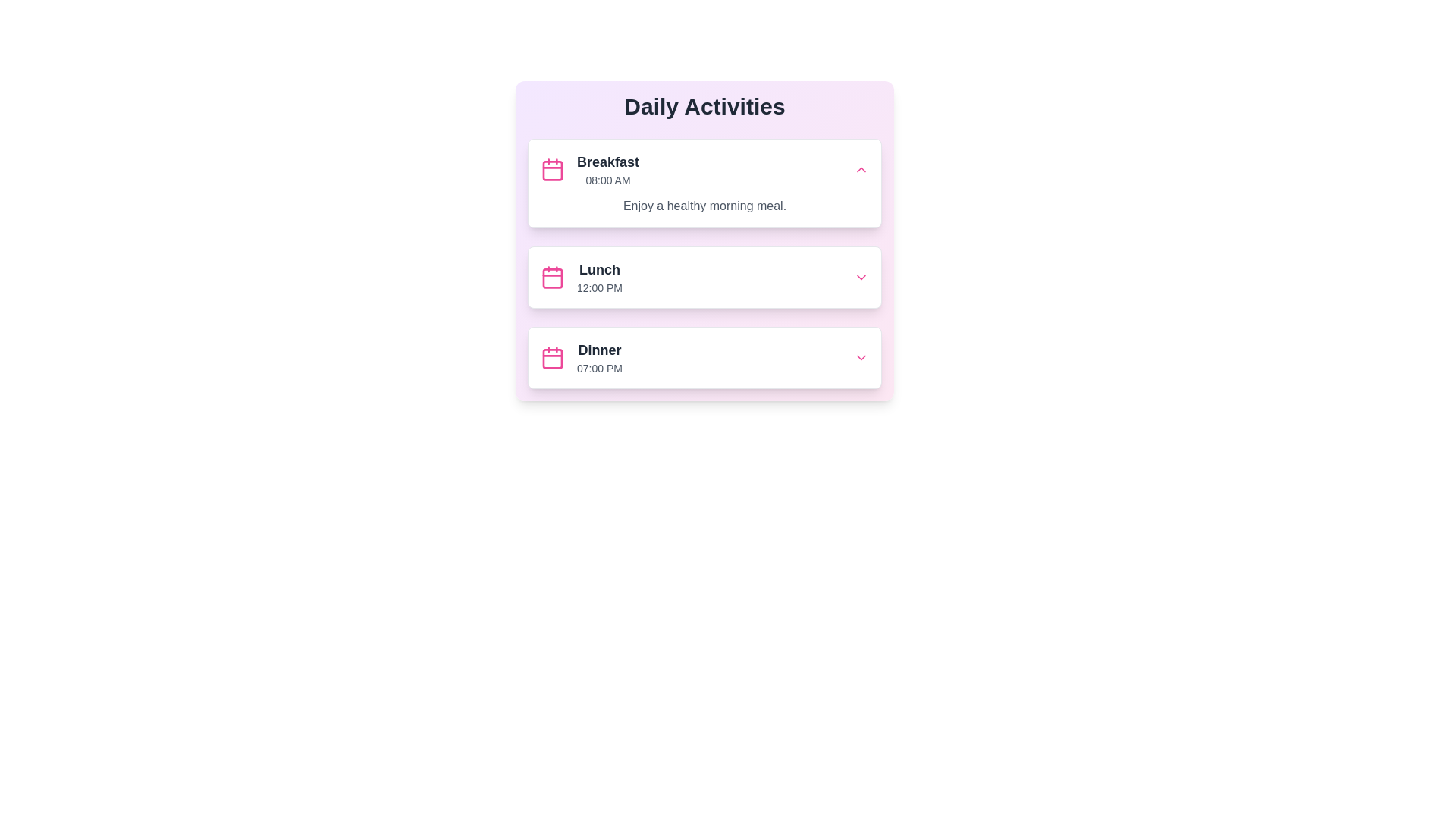  What do you see at coordinates (861, 169) in the screenshot?
I see `the collapse/expand button for the 'Breakfast' entry` at bounding box center [861, 169].